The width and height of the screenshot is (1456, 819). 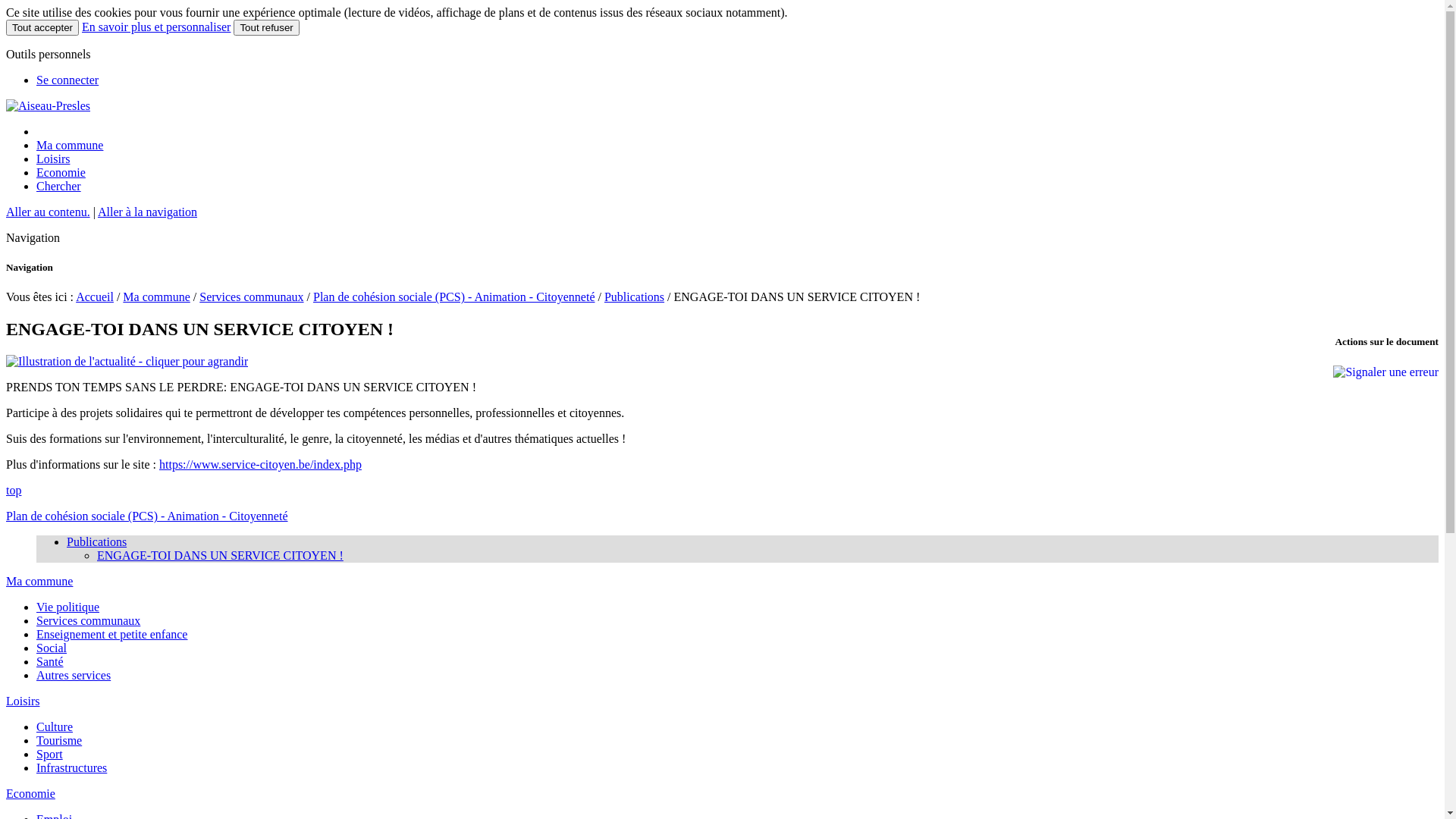 What do you see at coordinates (251, 297) in the screenshot?
I see `'Services communaux'` at bounding box center [251, 297].